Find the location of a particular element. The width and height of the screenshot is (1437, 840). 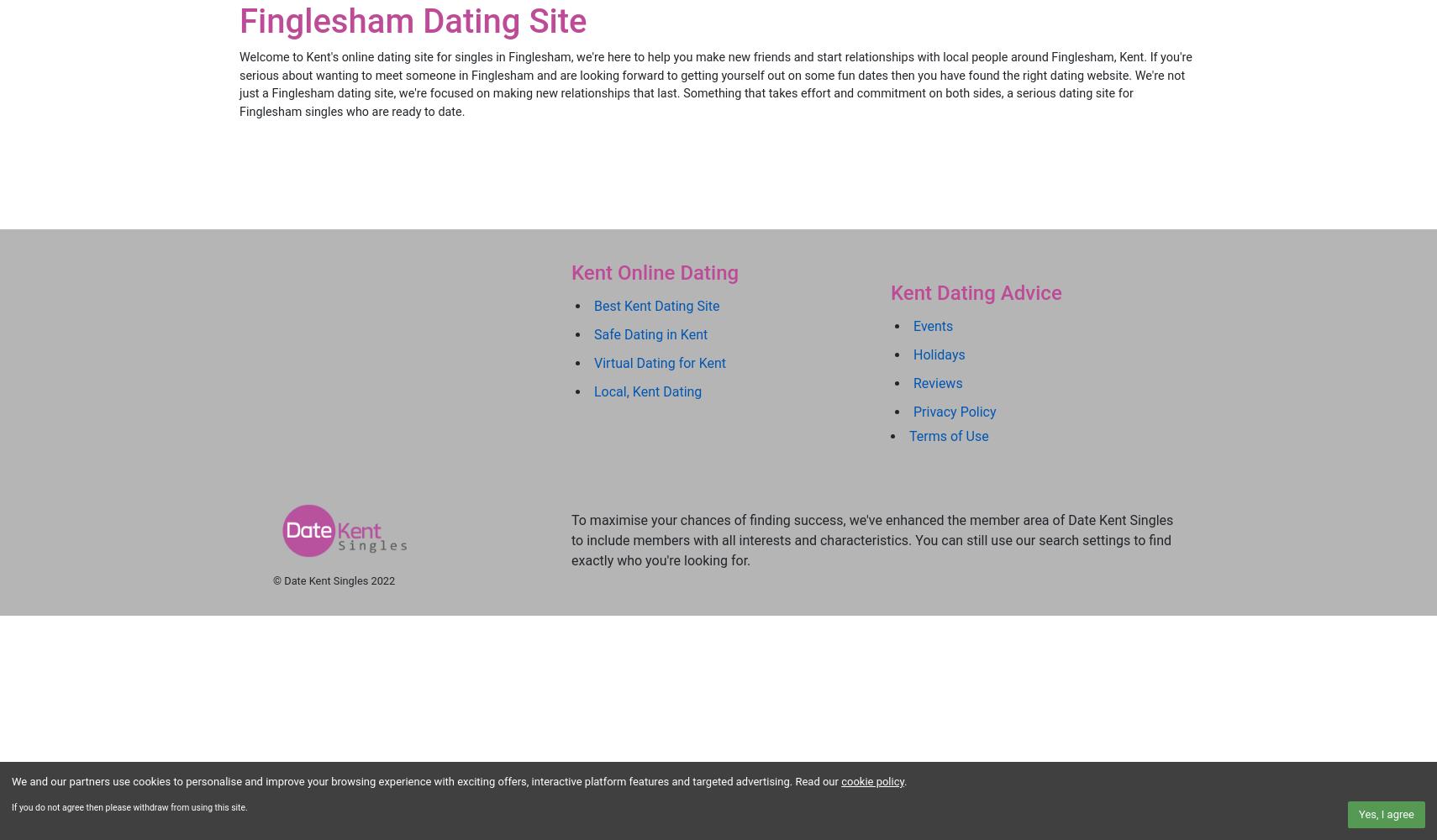

'Local, Kent Dating' is located at coordinates (648, 390).